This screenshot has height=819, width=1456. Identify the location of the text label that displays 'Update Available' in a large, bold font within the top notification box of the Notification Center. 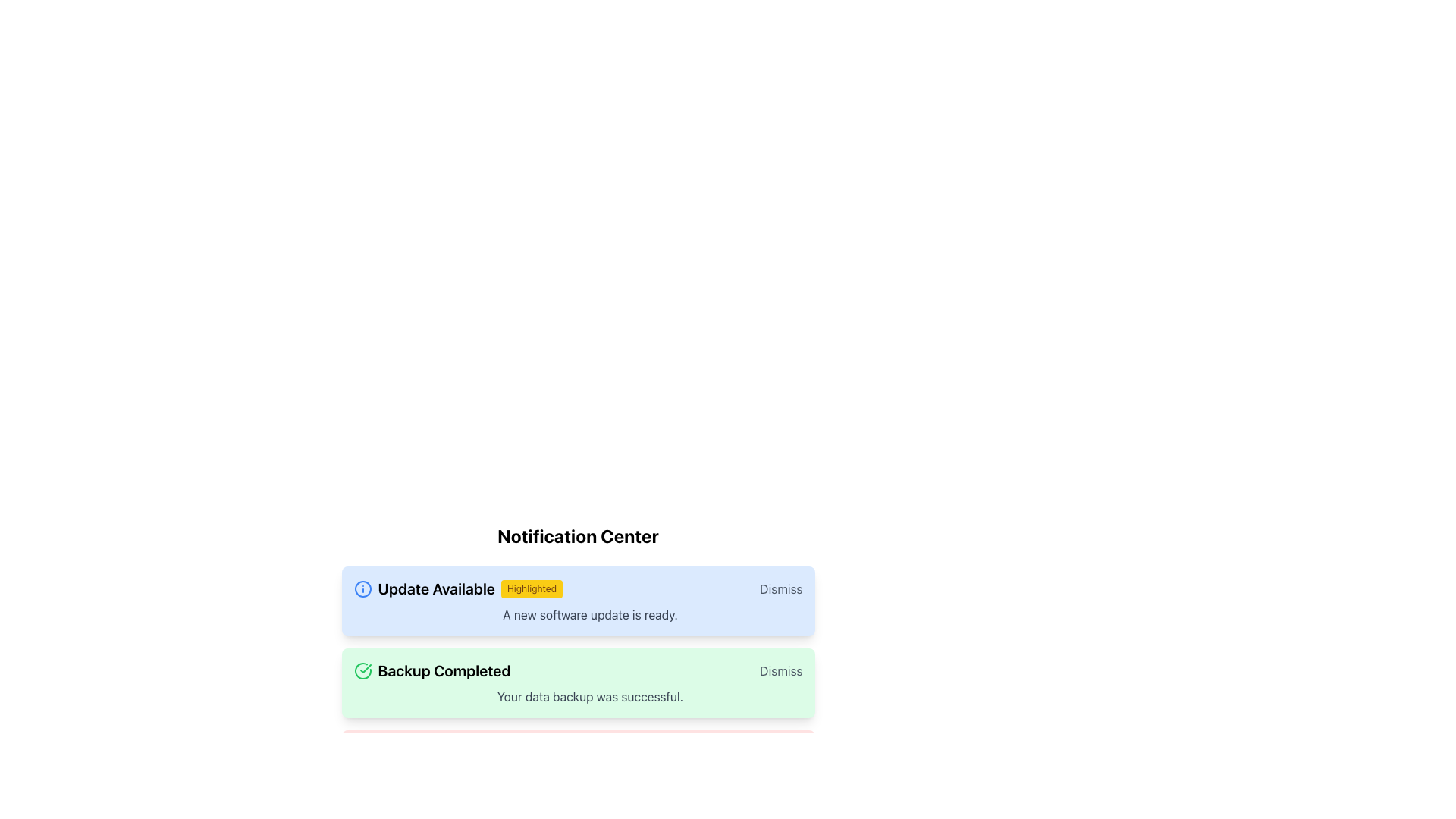
(435, 588).